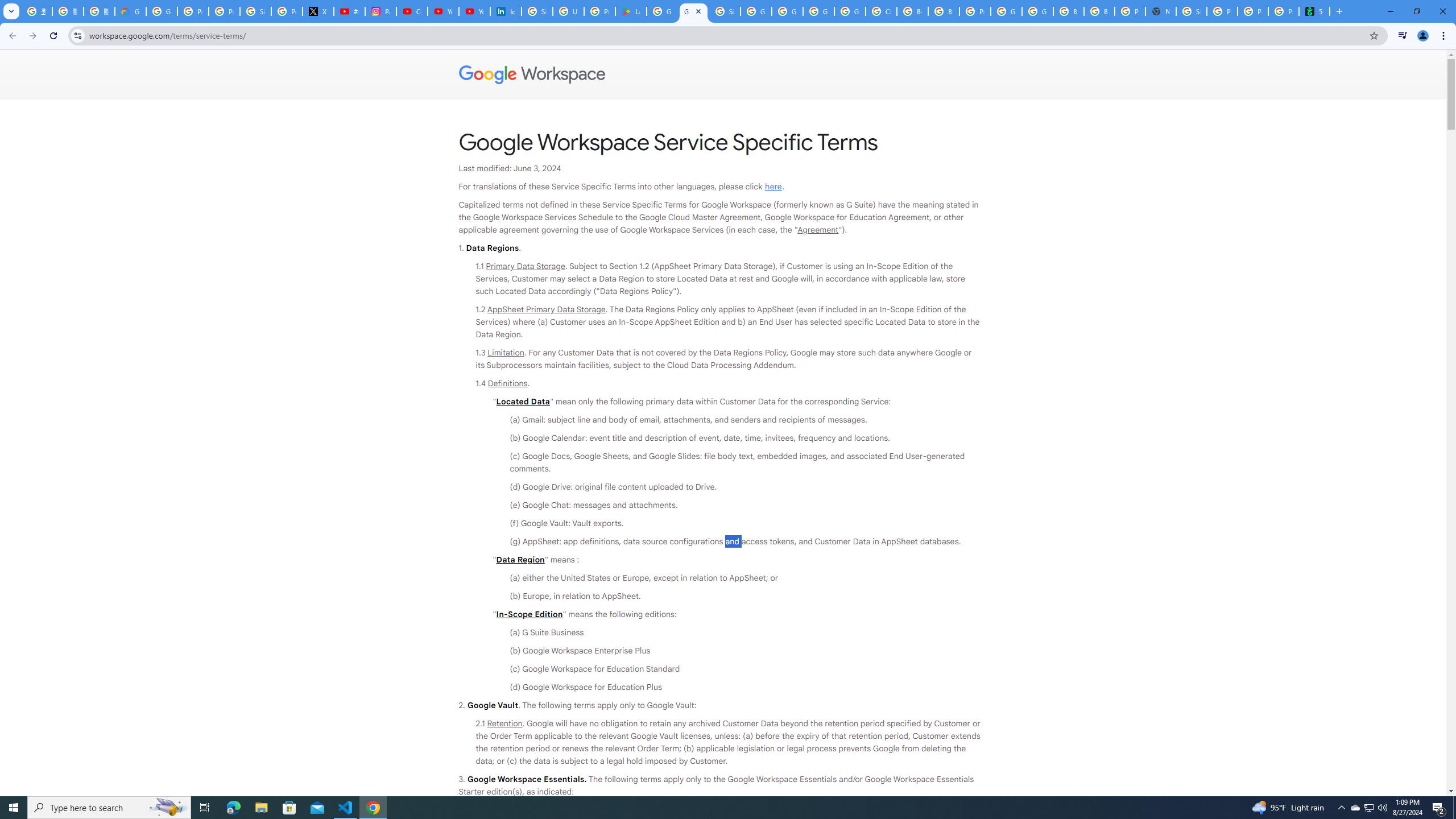  What do you see at coordinates (1423, 35) in the screenshot?
I see `'You'` at bounding box center [1423, 35].